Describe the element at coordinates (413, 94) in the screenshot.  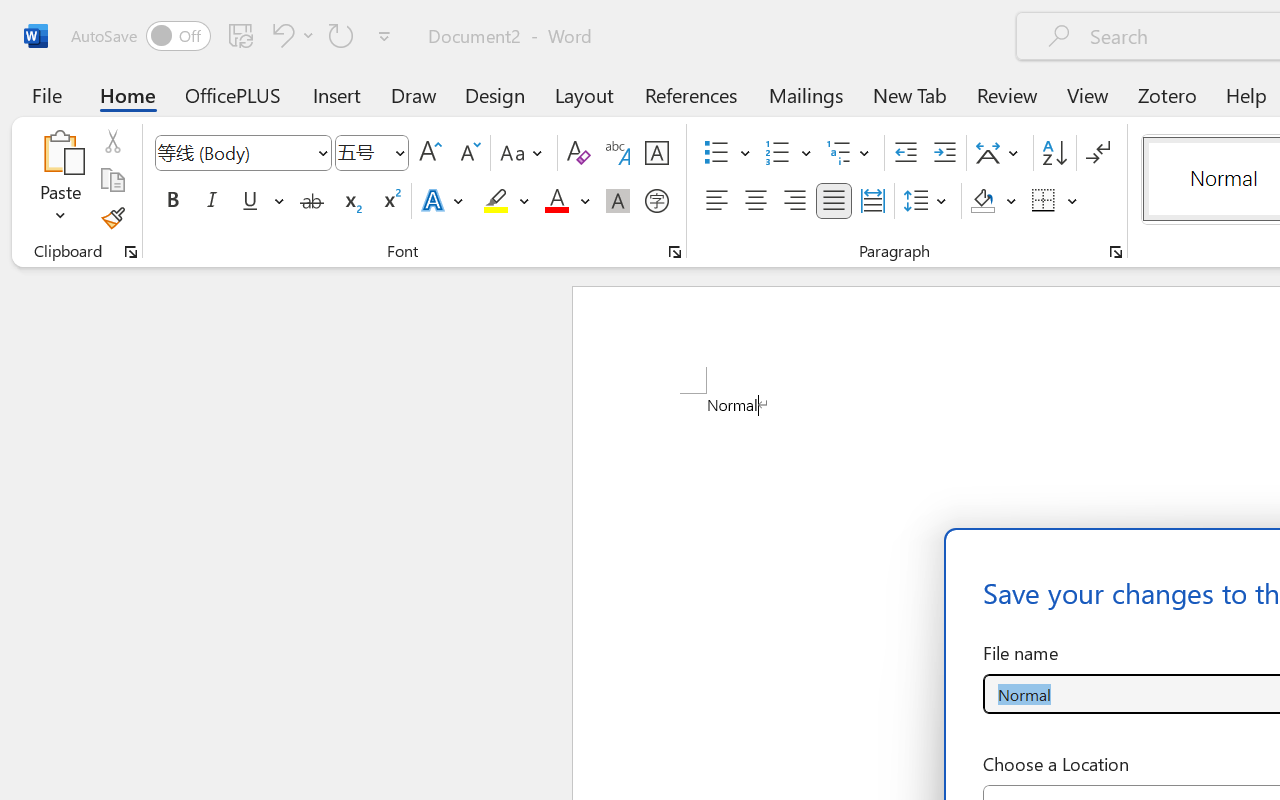
I see `'Draw'` at that location.